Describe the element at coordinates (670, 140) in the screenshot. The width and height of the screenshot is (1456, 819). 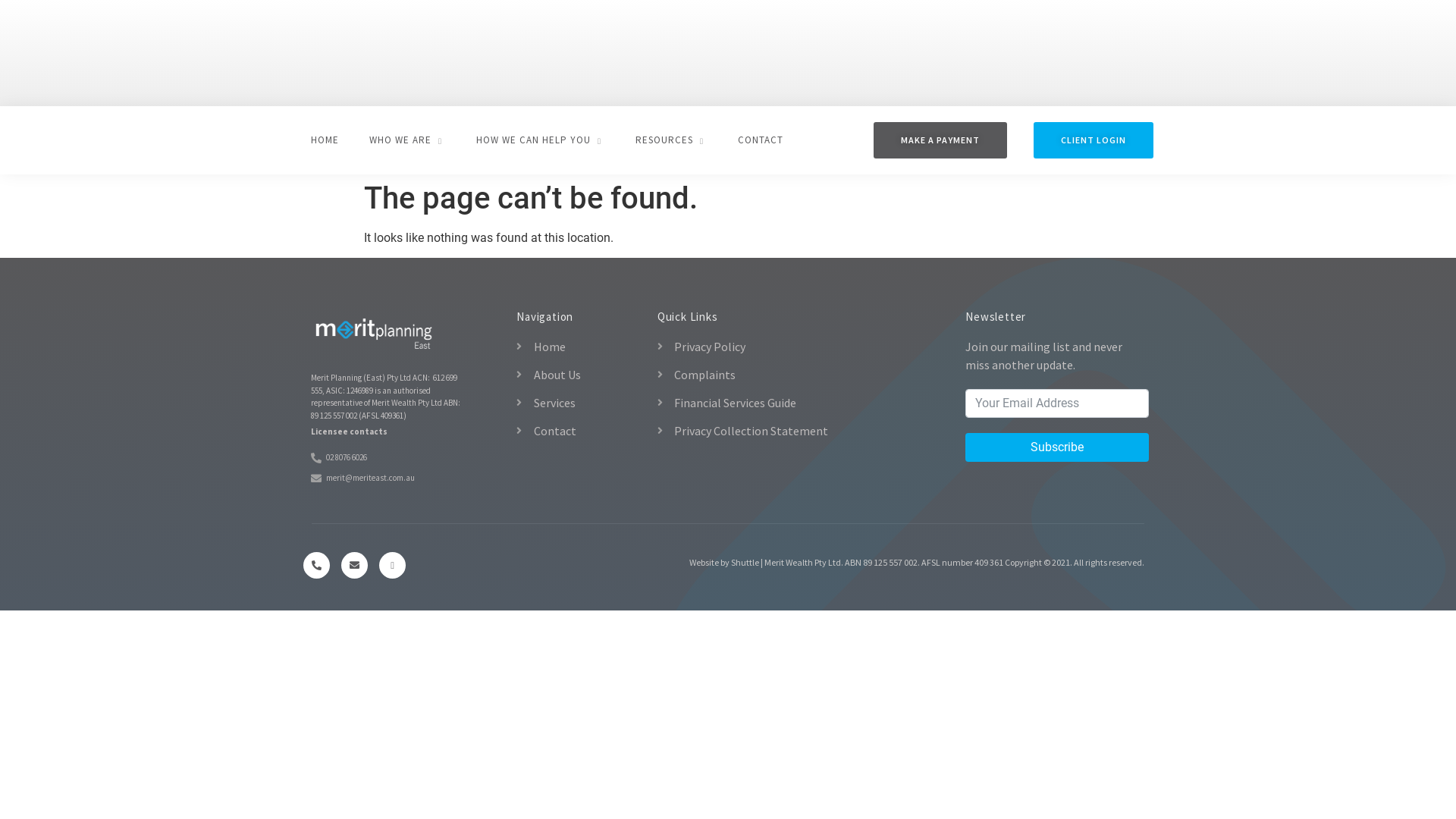
I see `'RESOURCES'` at that location.